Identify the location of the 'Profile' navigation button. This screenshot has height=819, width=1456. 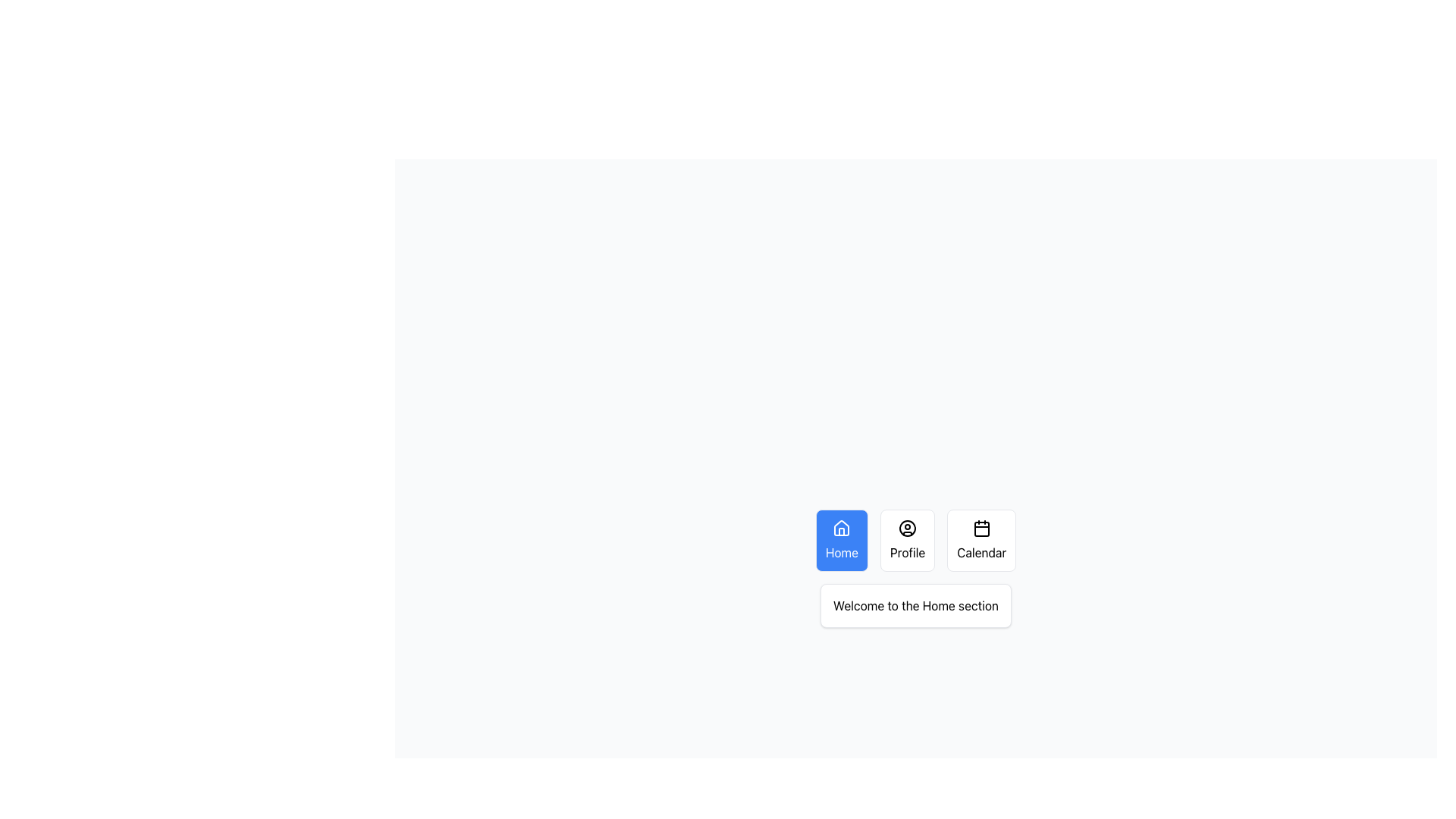
(908, 540).